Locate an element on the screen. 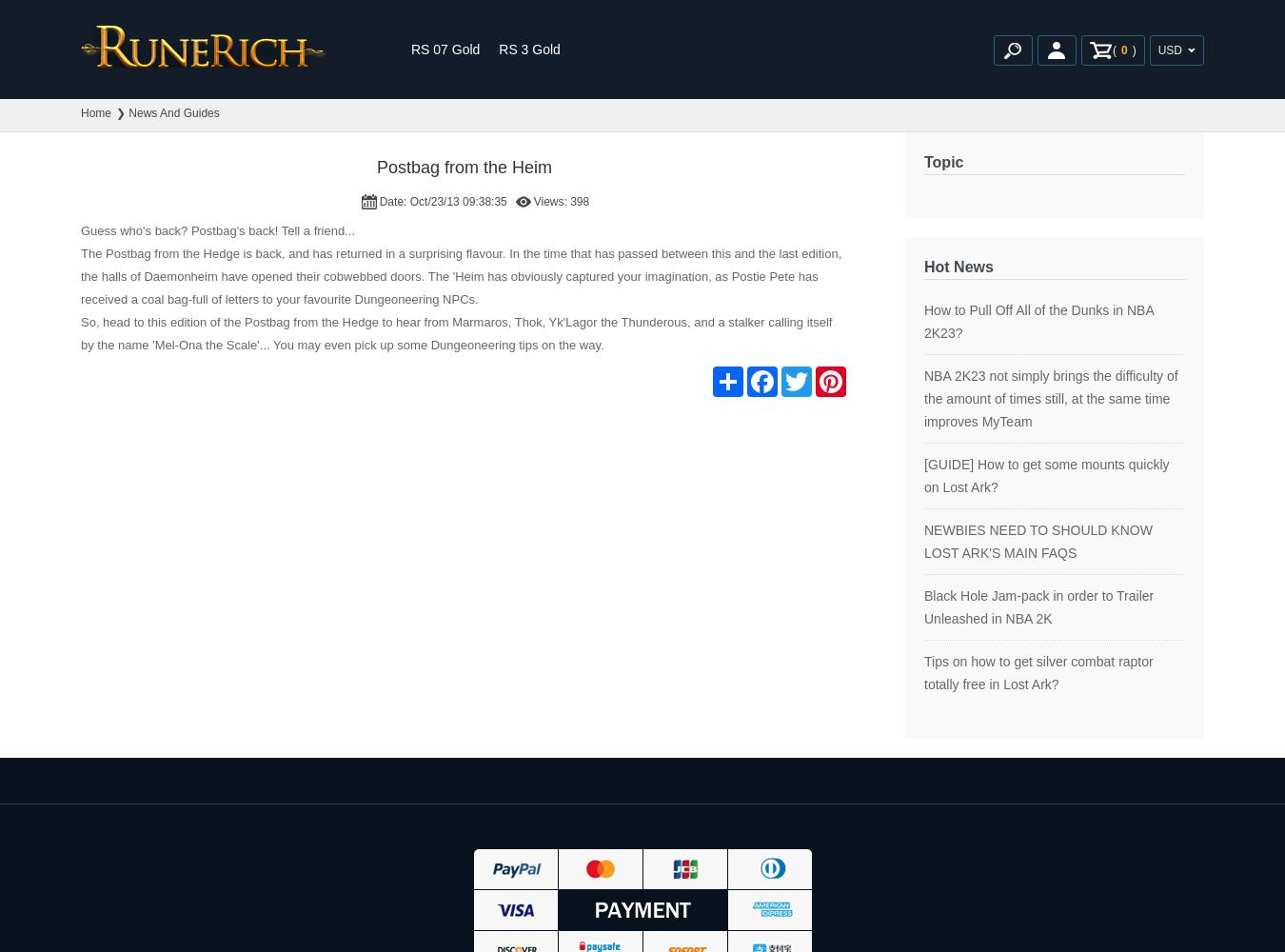 This screenshot has height=952, width=1285. 'Postbag from the Heim' is located at coordinates (463, 168).